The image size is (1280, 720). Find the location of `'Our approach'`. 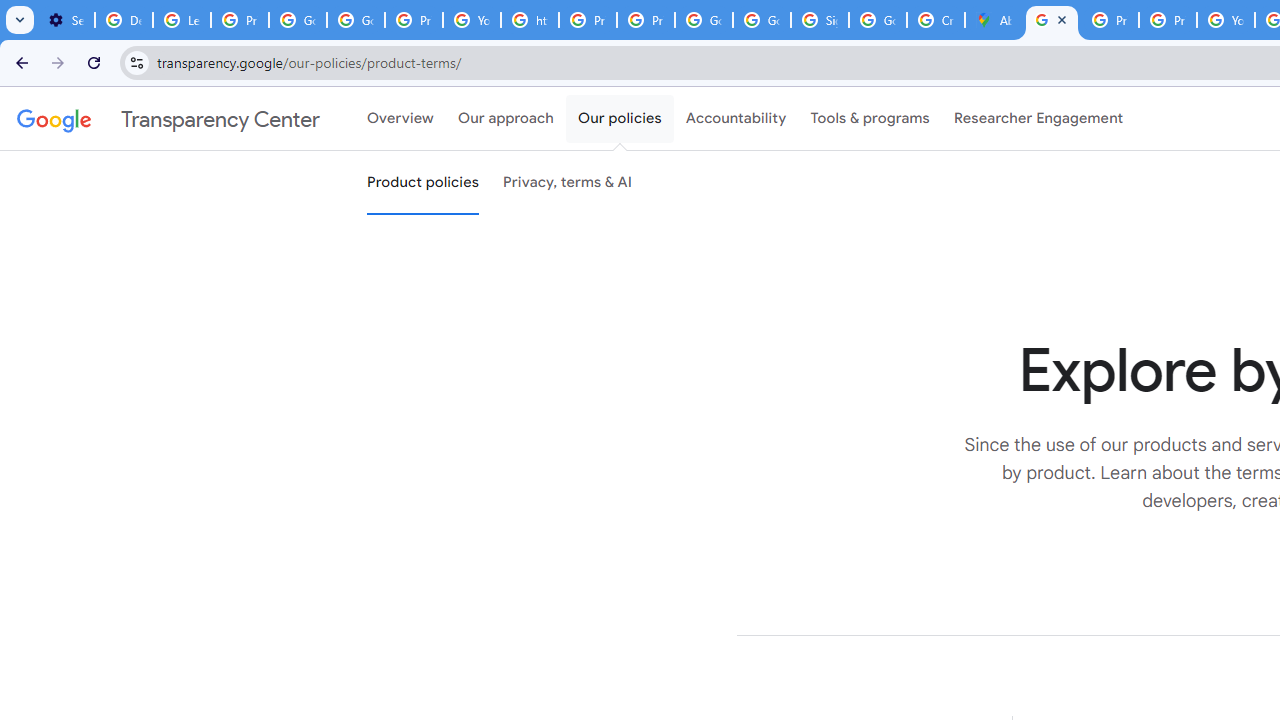

'Our approach' is located at coordinates (506, 119).